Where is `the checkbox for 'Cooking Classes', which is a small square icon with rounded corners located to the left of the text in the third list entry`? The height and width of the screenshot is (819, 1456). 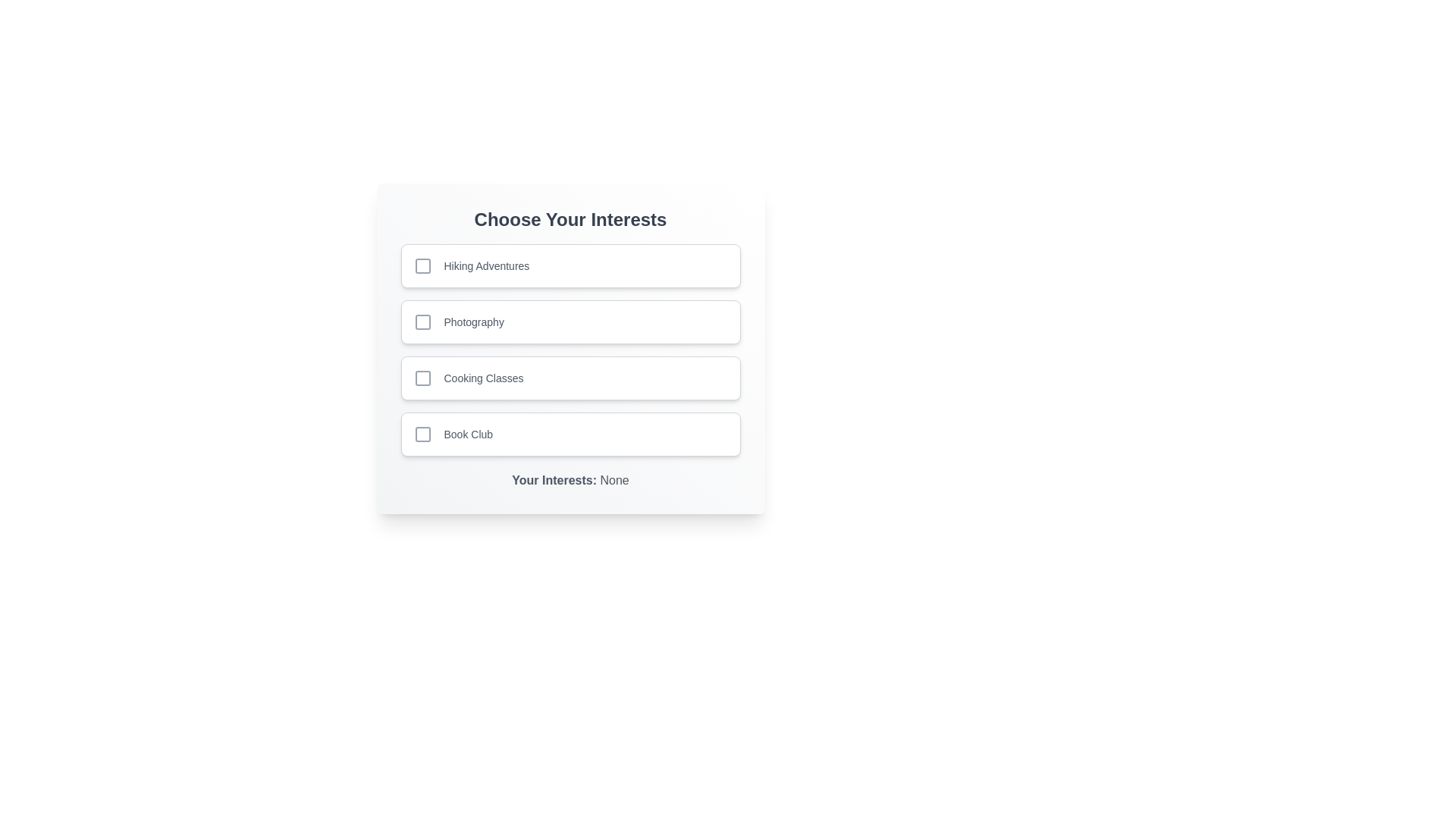
the checkbox for 'Cooking Classes', which is a small square icon with rounded corners located to the left of the text in the third list entry is located at coordinates (422, 377).